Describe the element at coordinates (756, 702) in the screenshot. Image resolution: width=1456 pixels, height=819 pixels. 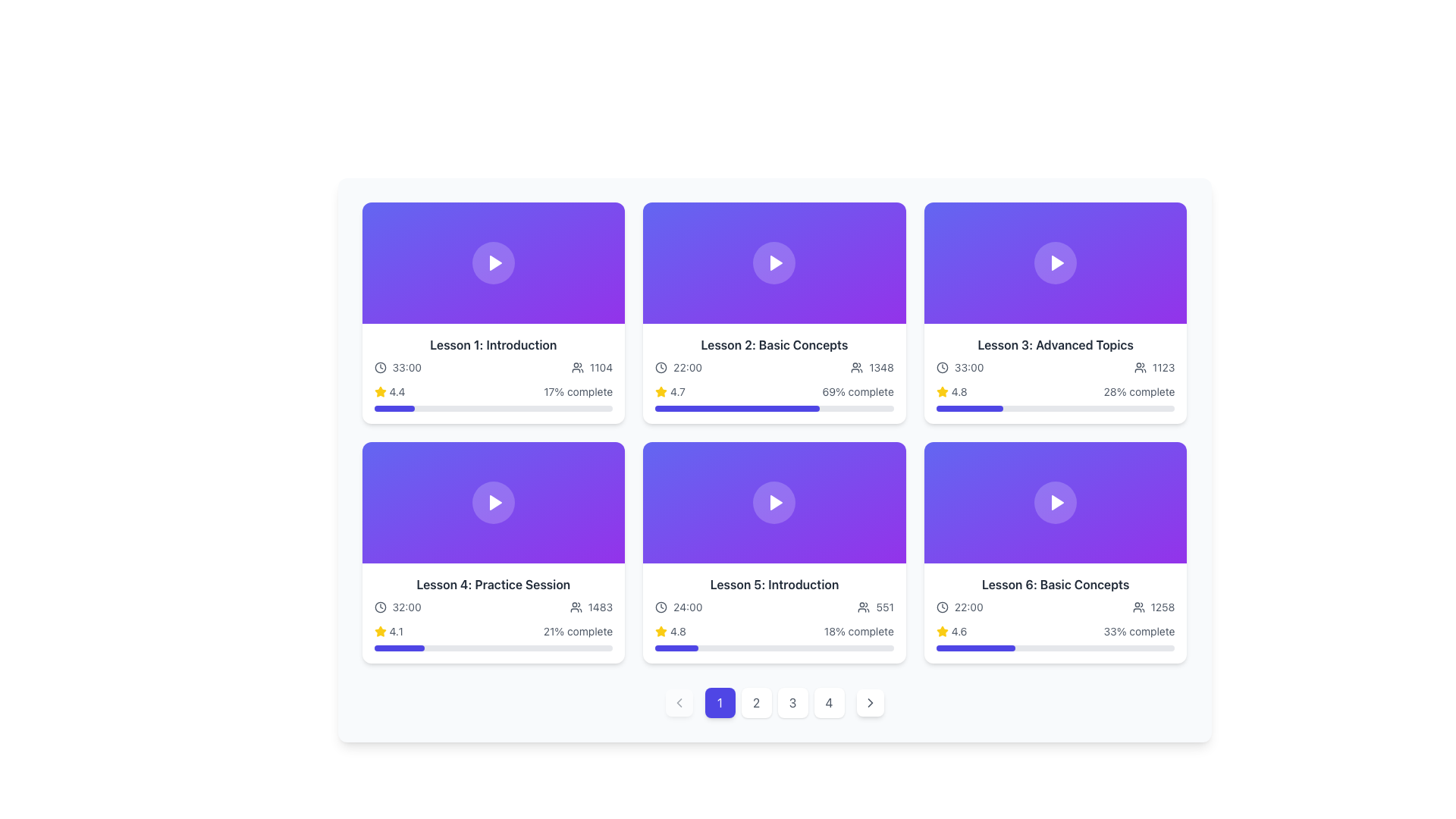
I see `the navigation button labeled '2', which is a small square button with rounded corners, gray font, and a white background` at that location.